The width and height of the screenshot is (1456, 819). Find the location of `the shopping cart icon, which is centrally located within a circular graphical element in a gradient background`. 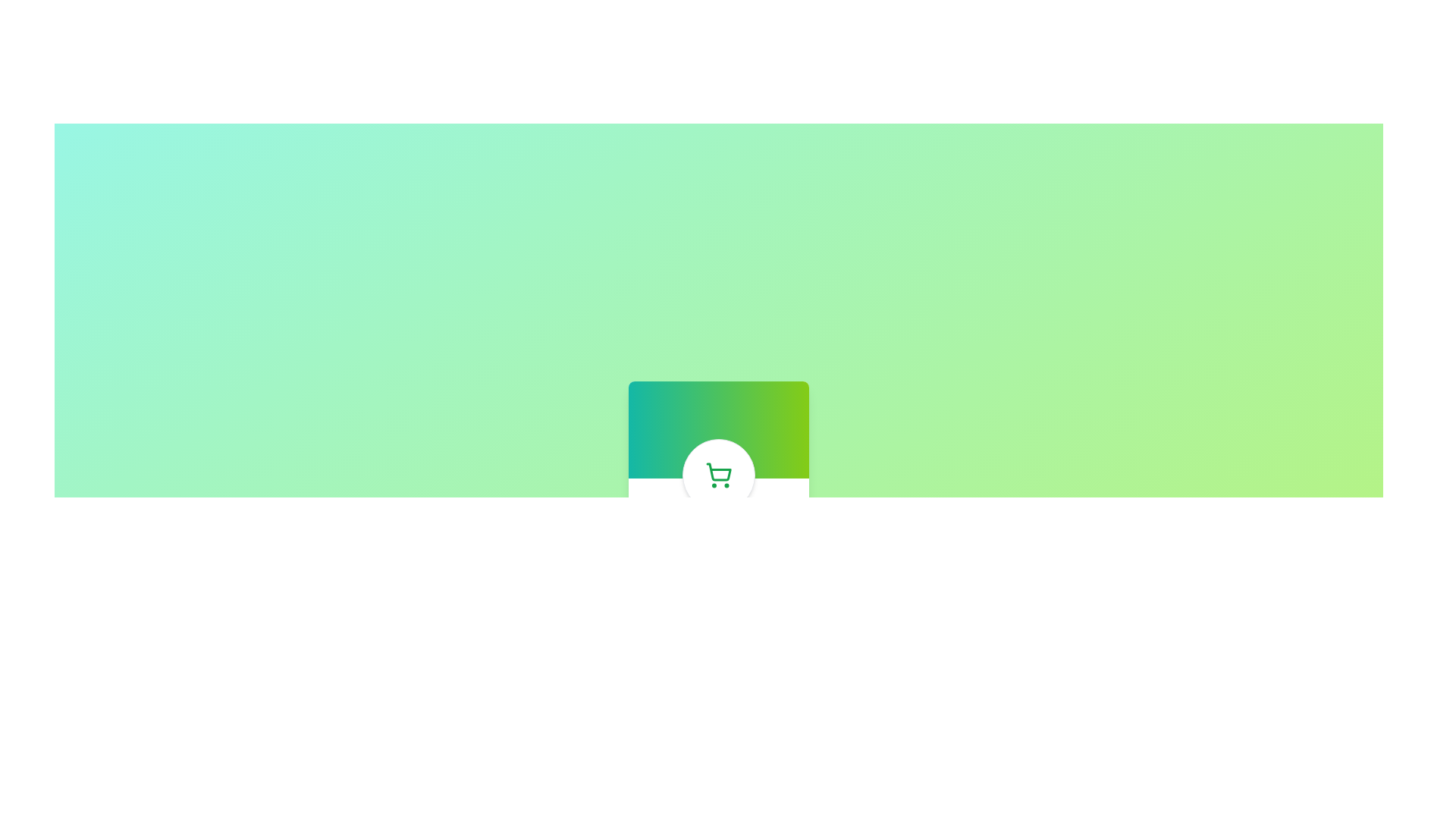

the shopping cart icon, which is centrally located within a circular graphical element in a gradient background is located at coordinates (718, 471).